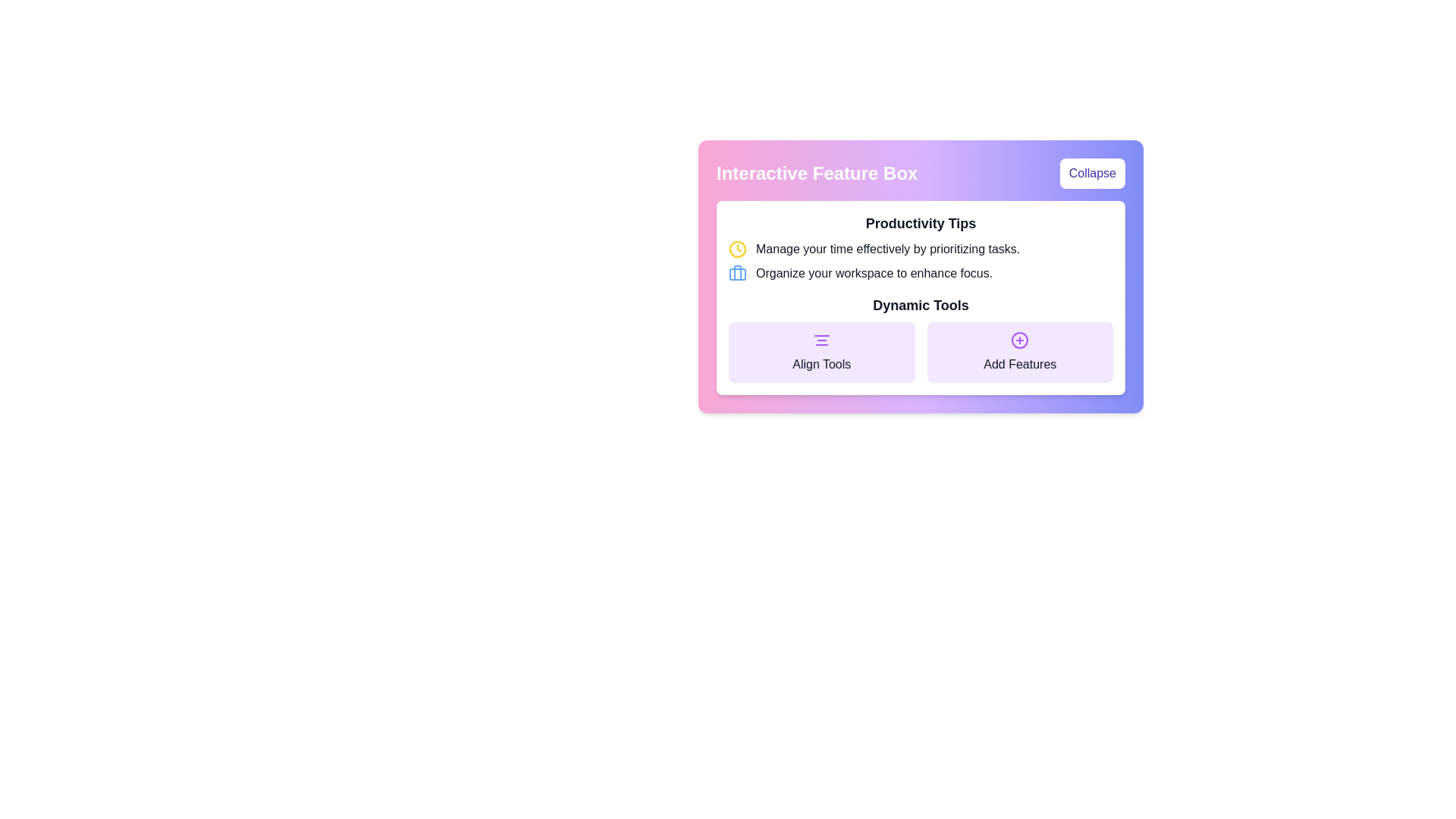 This screenshot has width=1456, height=819. I want to click on informational text 'Organize your workspace to enhance focus.' which is represented by a blue briefcase icon, located in the lower part of the 'Productivity Tips' section as the second tip, so click(920, 274).